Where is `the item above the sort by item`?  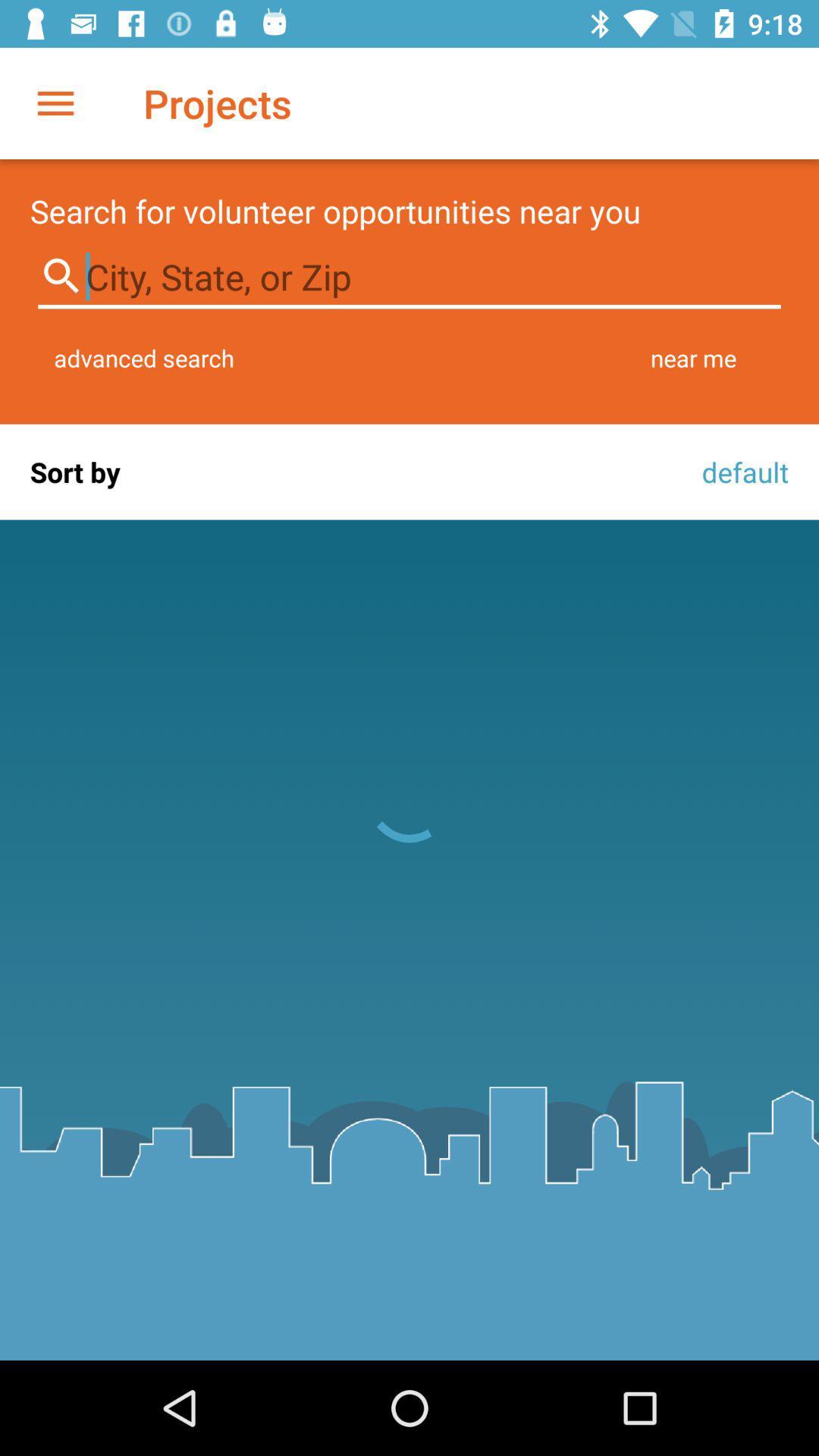 the item above the sort by item is located at coordinates (144, 357).